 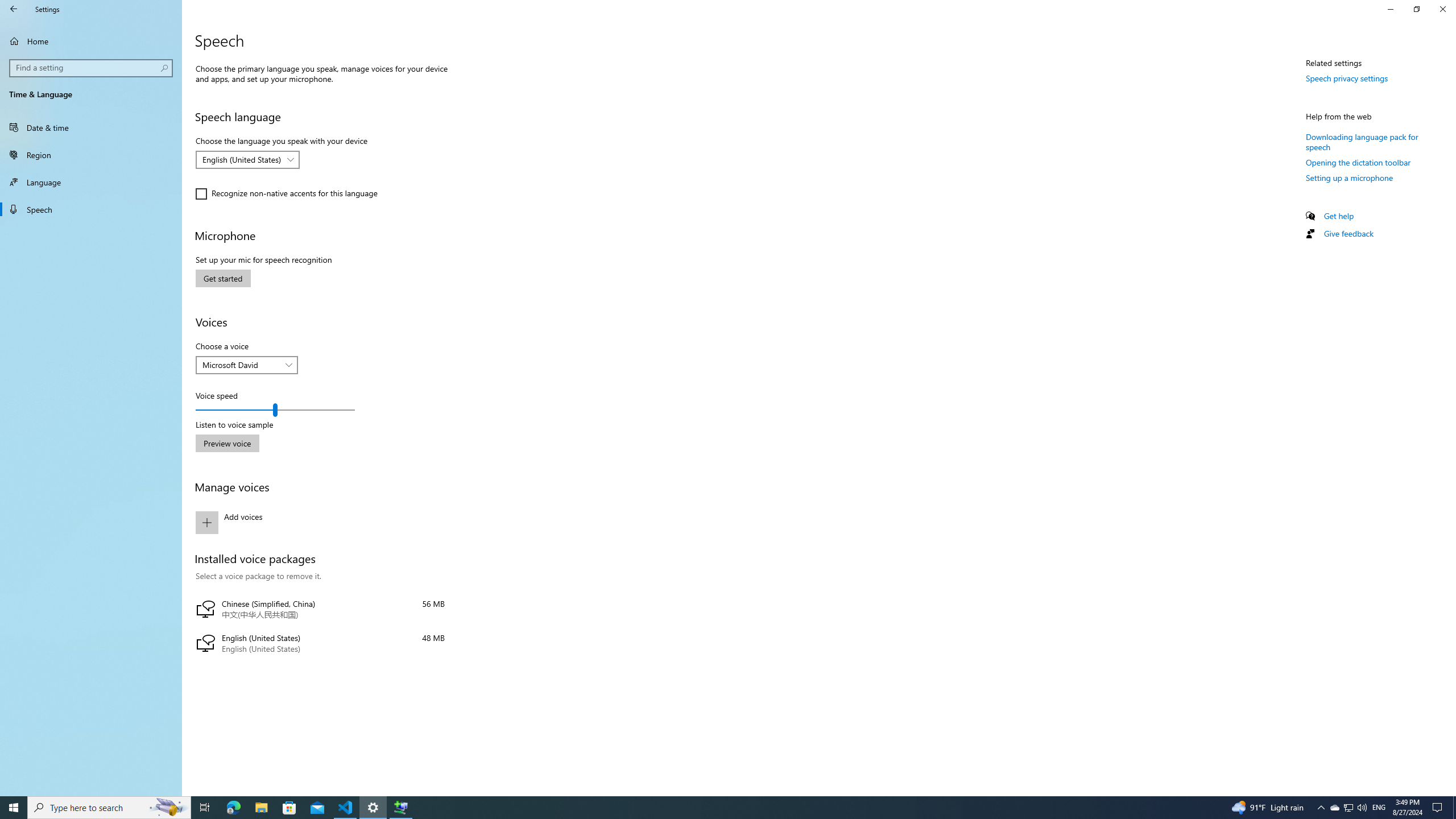 What do you see at coordinates (1349, 177) in the screenshot?
I see `'Setting up a microphone'` at bounding box center [1349, 177].